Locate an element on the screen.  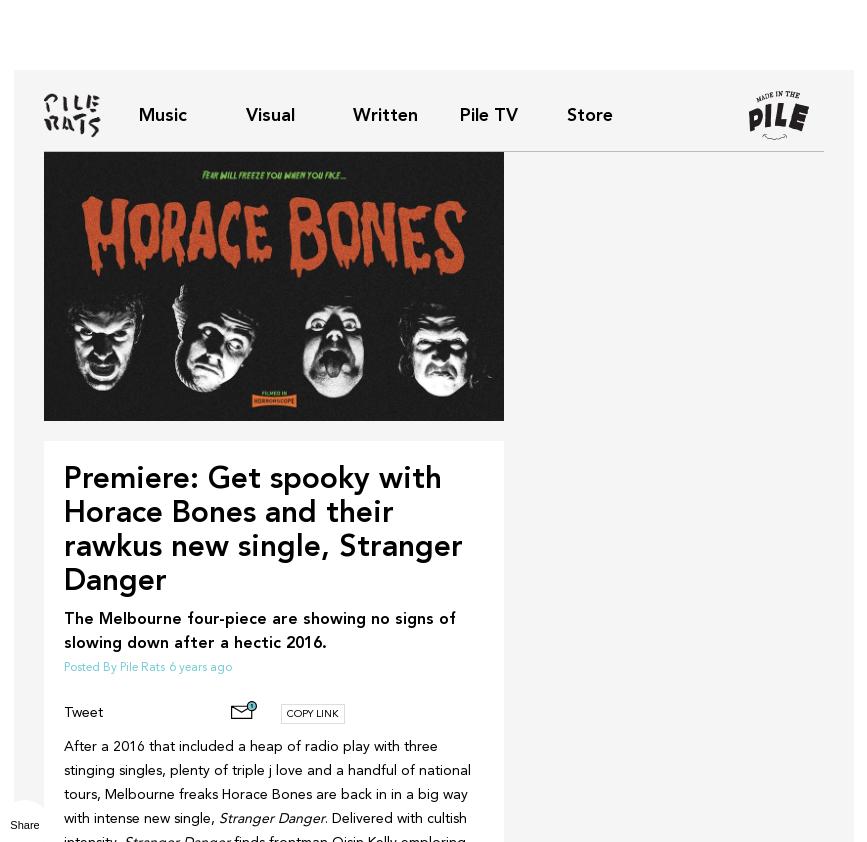
'Store' is located at coordinates (588, 113).